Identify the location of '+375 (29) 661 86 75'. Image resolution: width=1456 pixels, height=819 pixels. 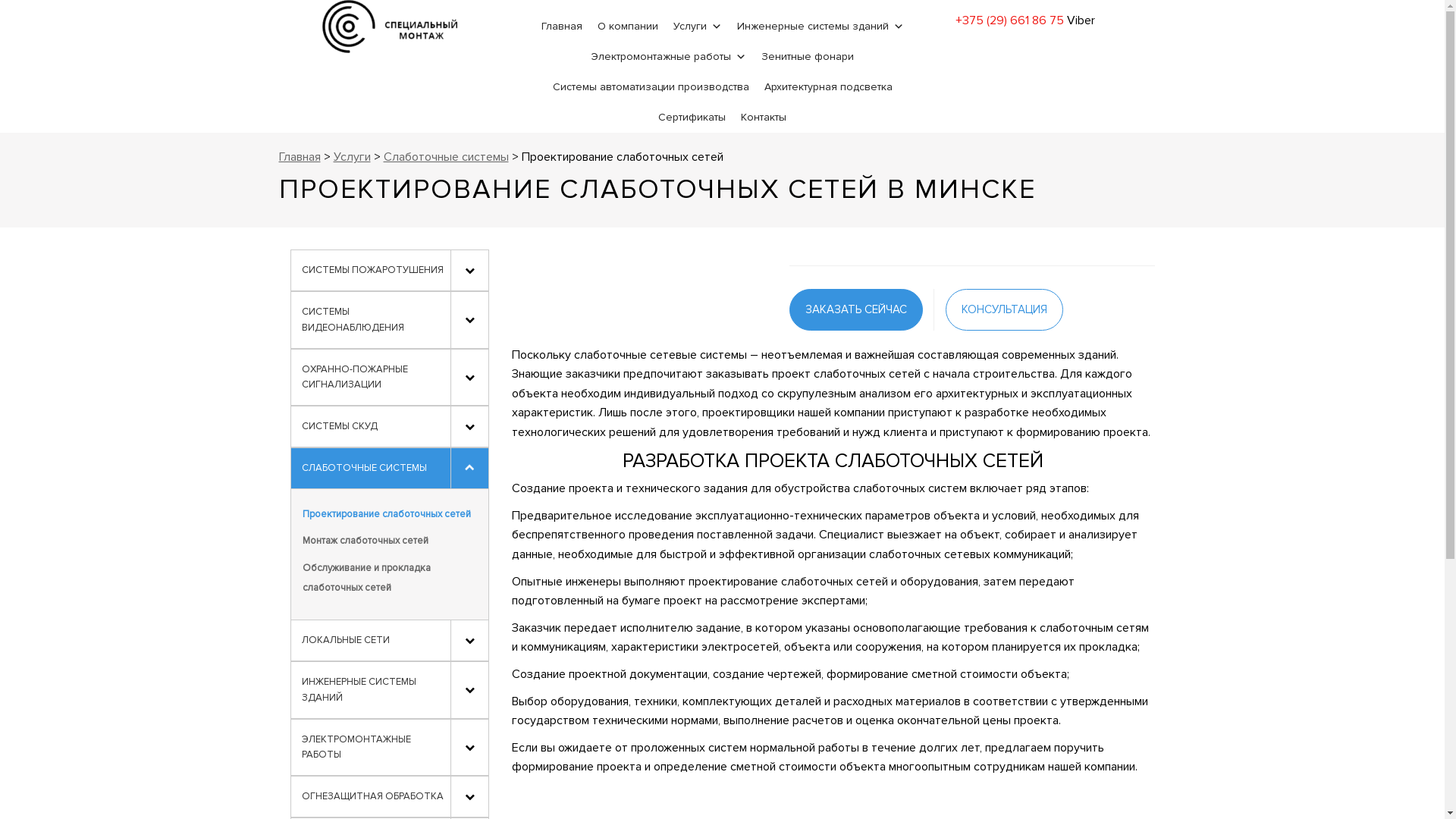
(1009, 20).